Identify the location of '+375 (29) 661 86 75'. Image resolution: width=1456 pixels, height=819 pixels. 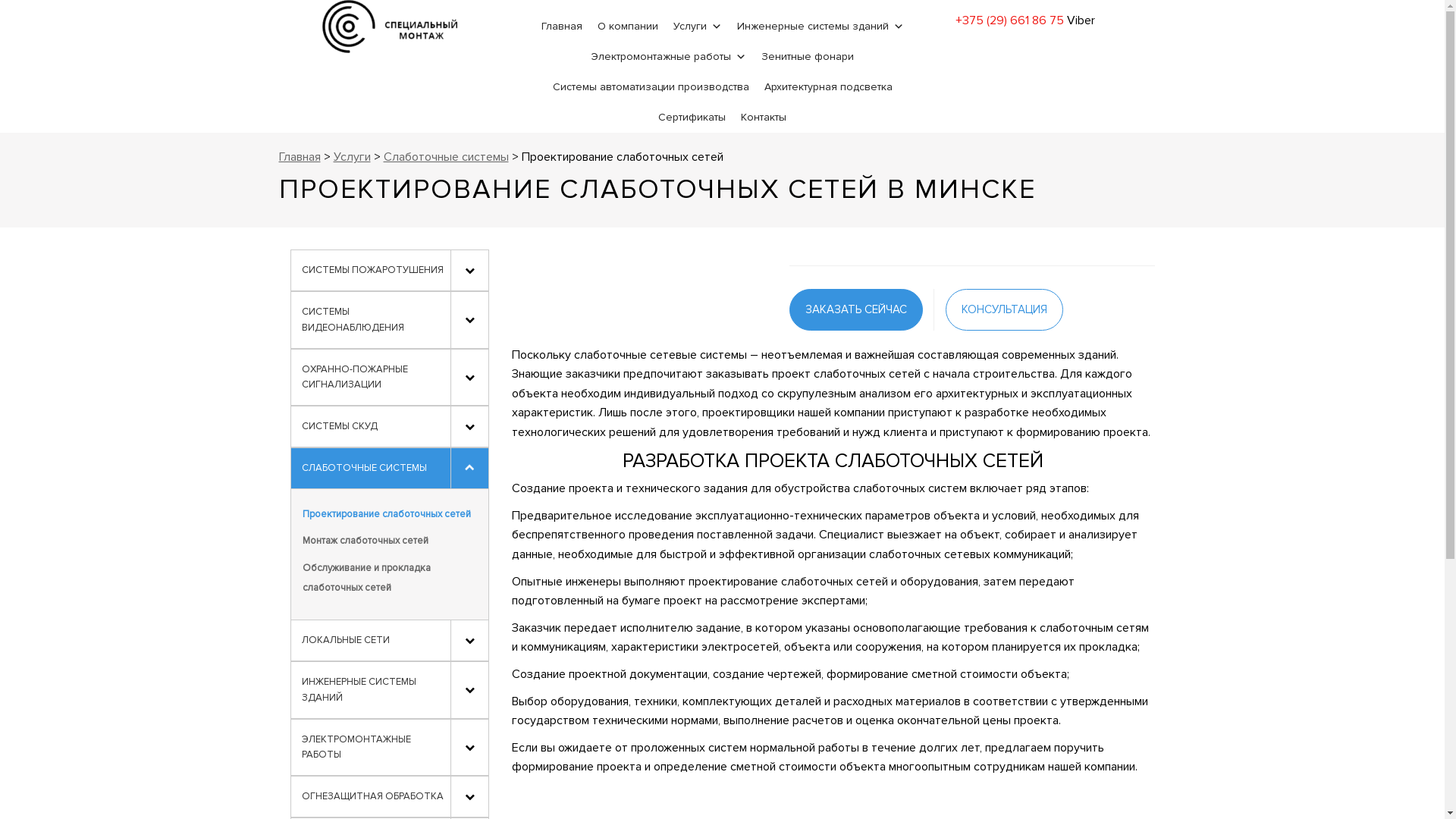
(1009, 20).